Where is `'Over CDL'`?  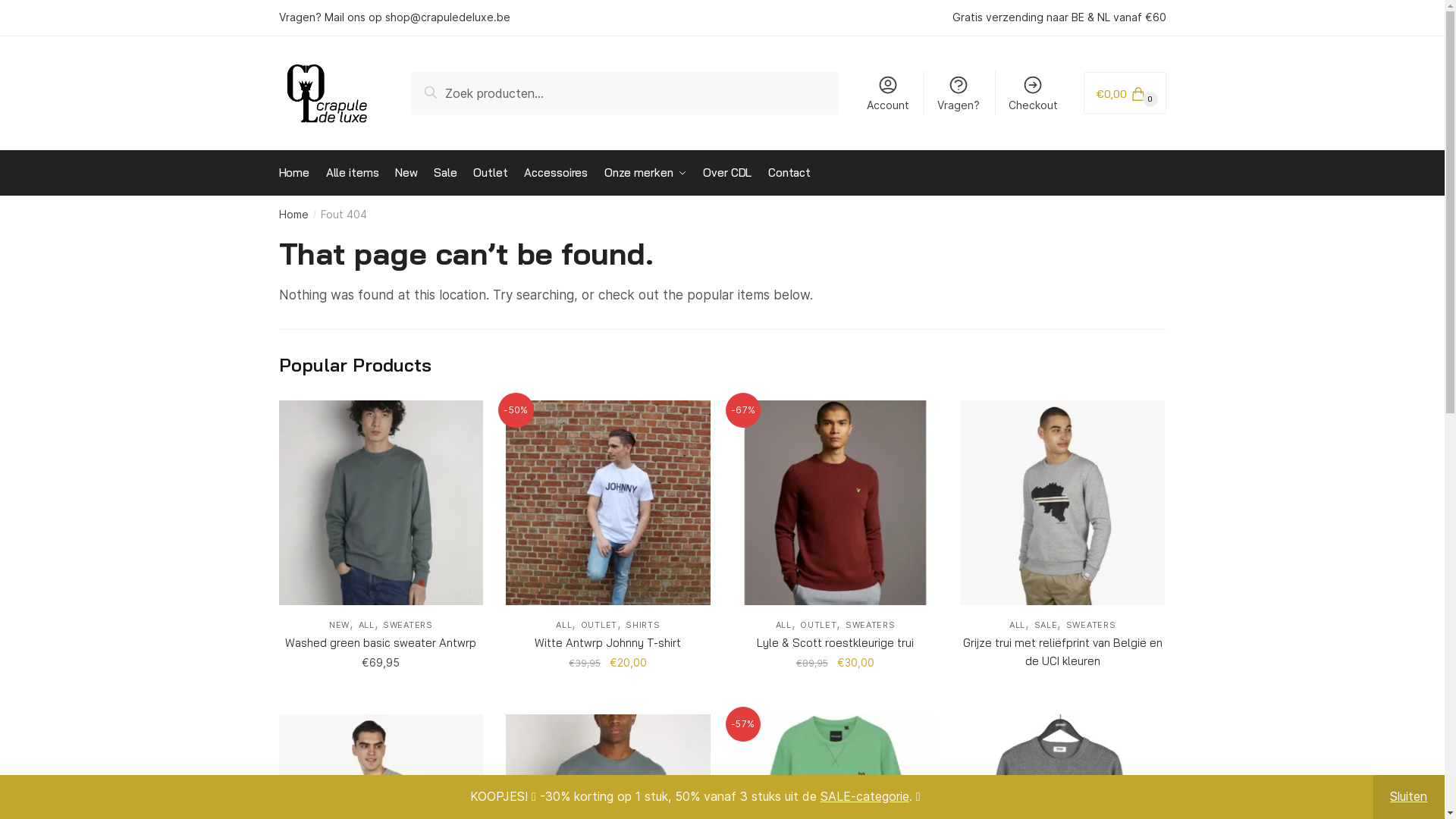
'Over CDL' is located at coordinates (726, 171).